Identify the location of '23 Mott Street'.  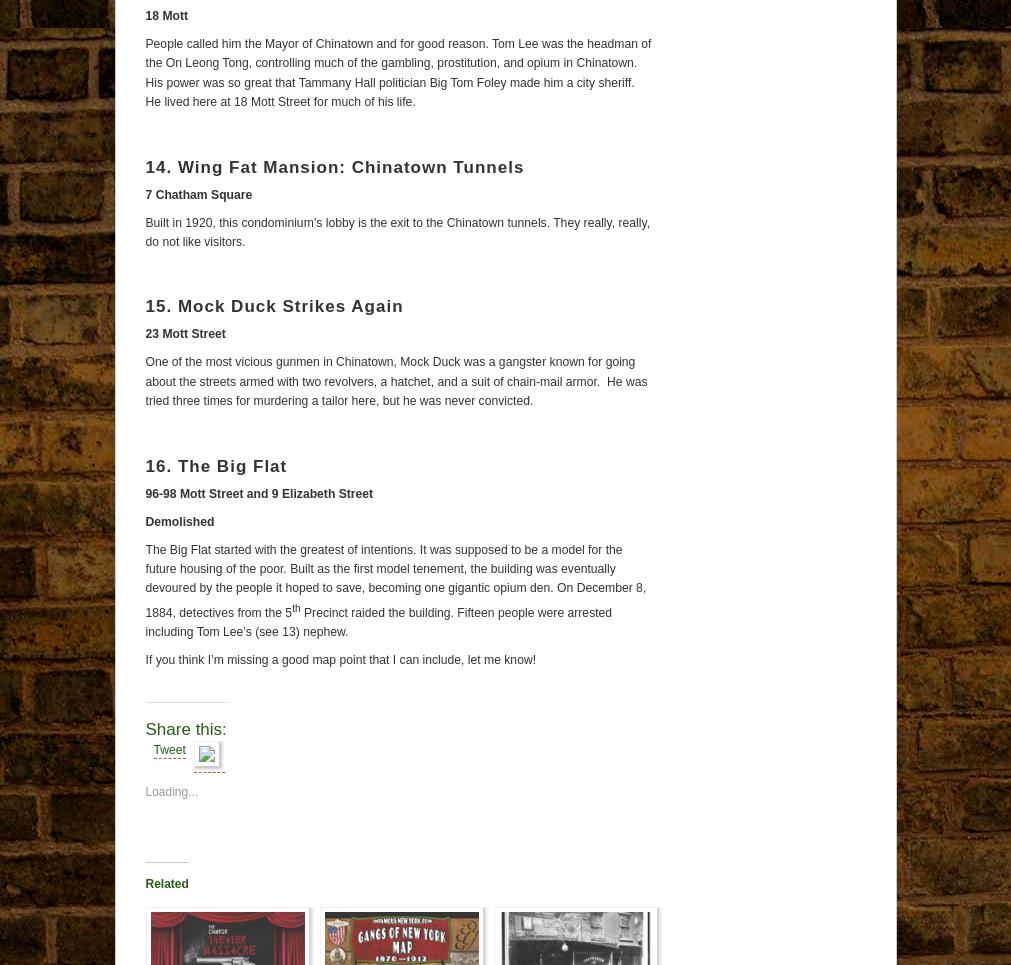
(185, 332).